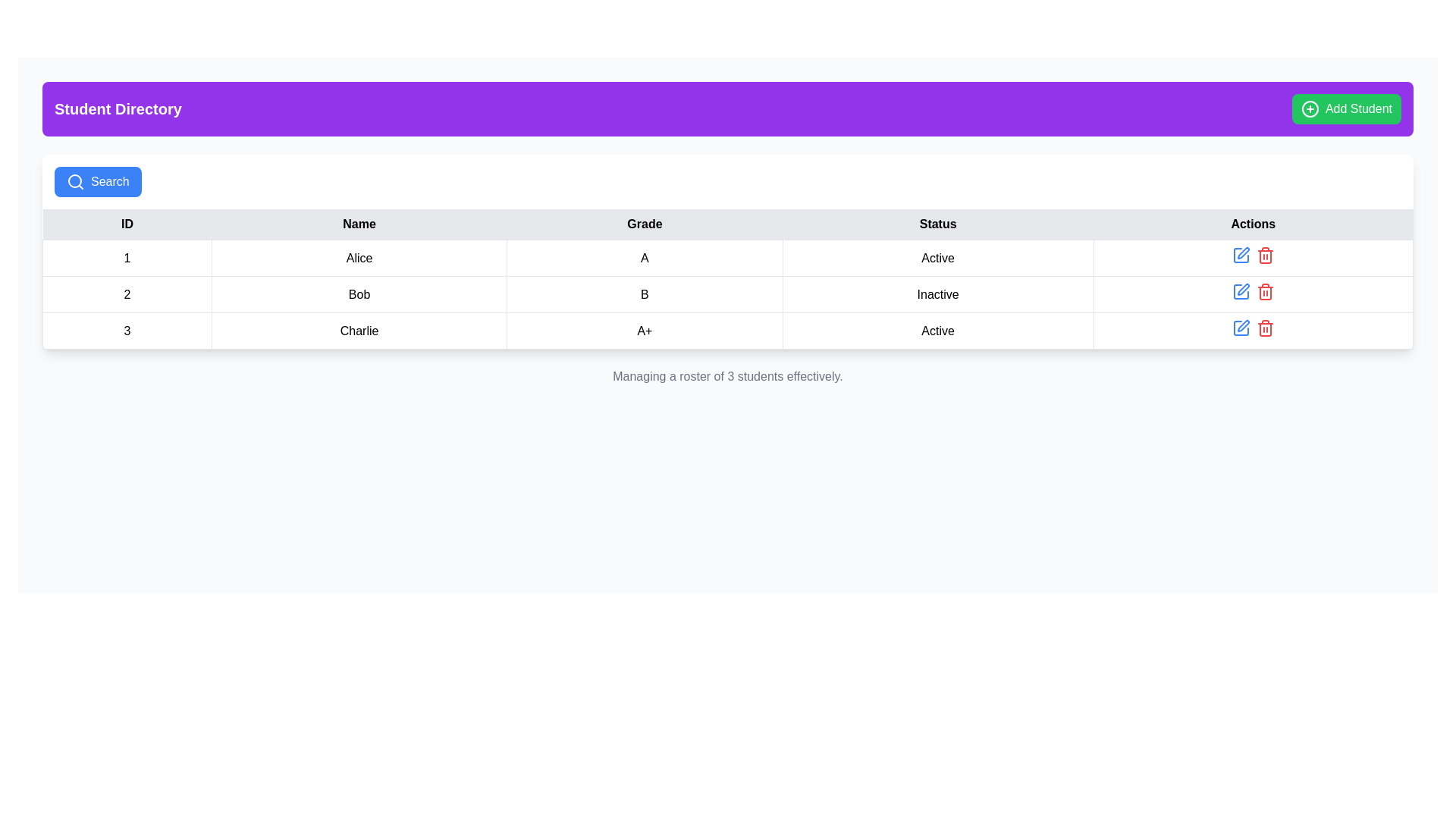  Describe the element at coordinates (1253, 294) in the screenshot. I see `the left icon of the interactive button group in the last column of the second row to initiate editing for the user 'Bob'` at that location.